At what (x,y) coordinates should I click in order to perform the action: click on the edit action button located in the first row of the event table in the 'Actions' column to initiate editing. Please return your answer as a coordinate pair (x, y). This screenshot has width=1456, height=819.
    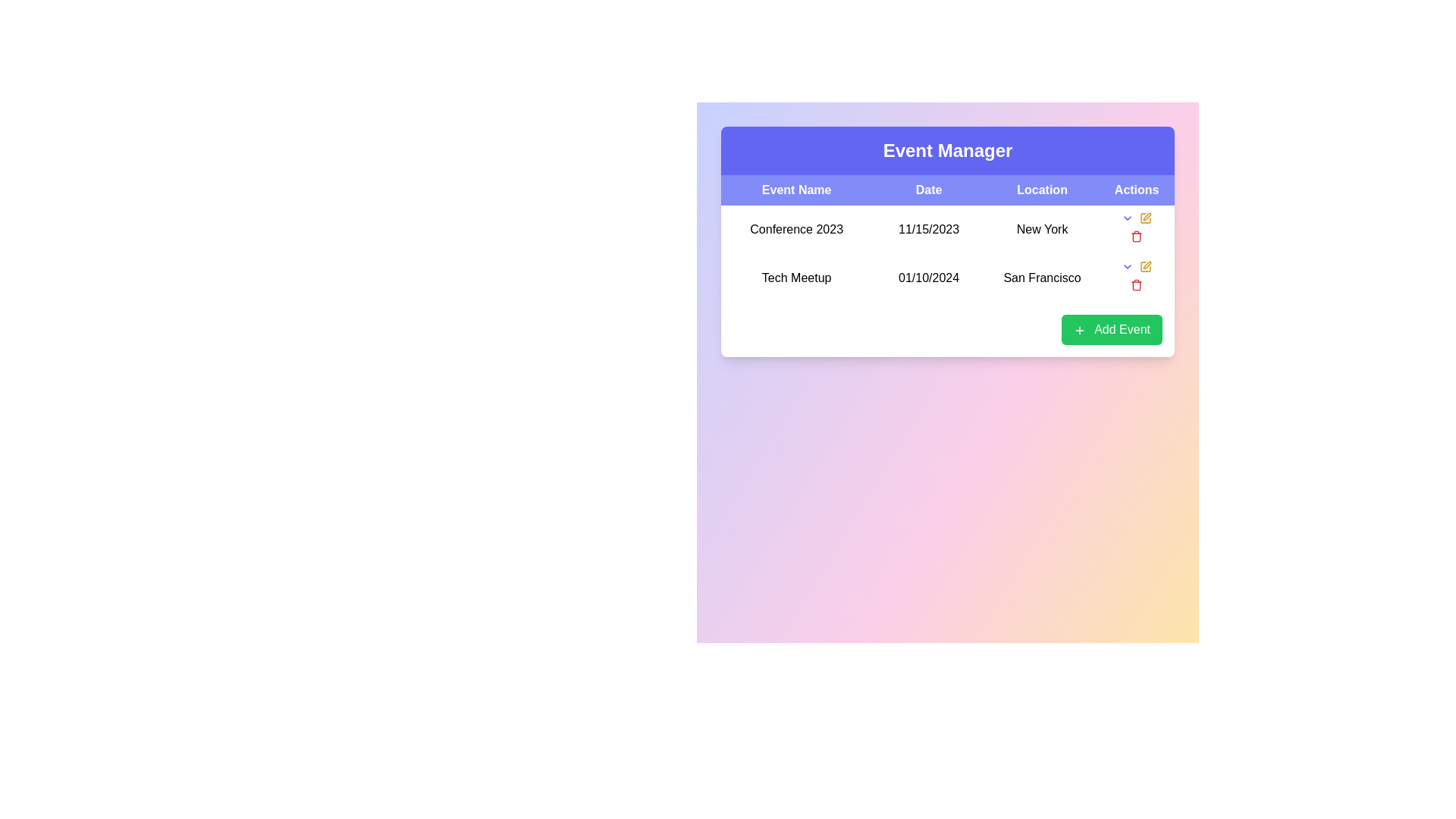
    Looking at the image, I should click on (1146, 265).